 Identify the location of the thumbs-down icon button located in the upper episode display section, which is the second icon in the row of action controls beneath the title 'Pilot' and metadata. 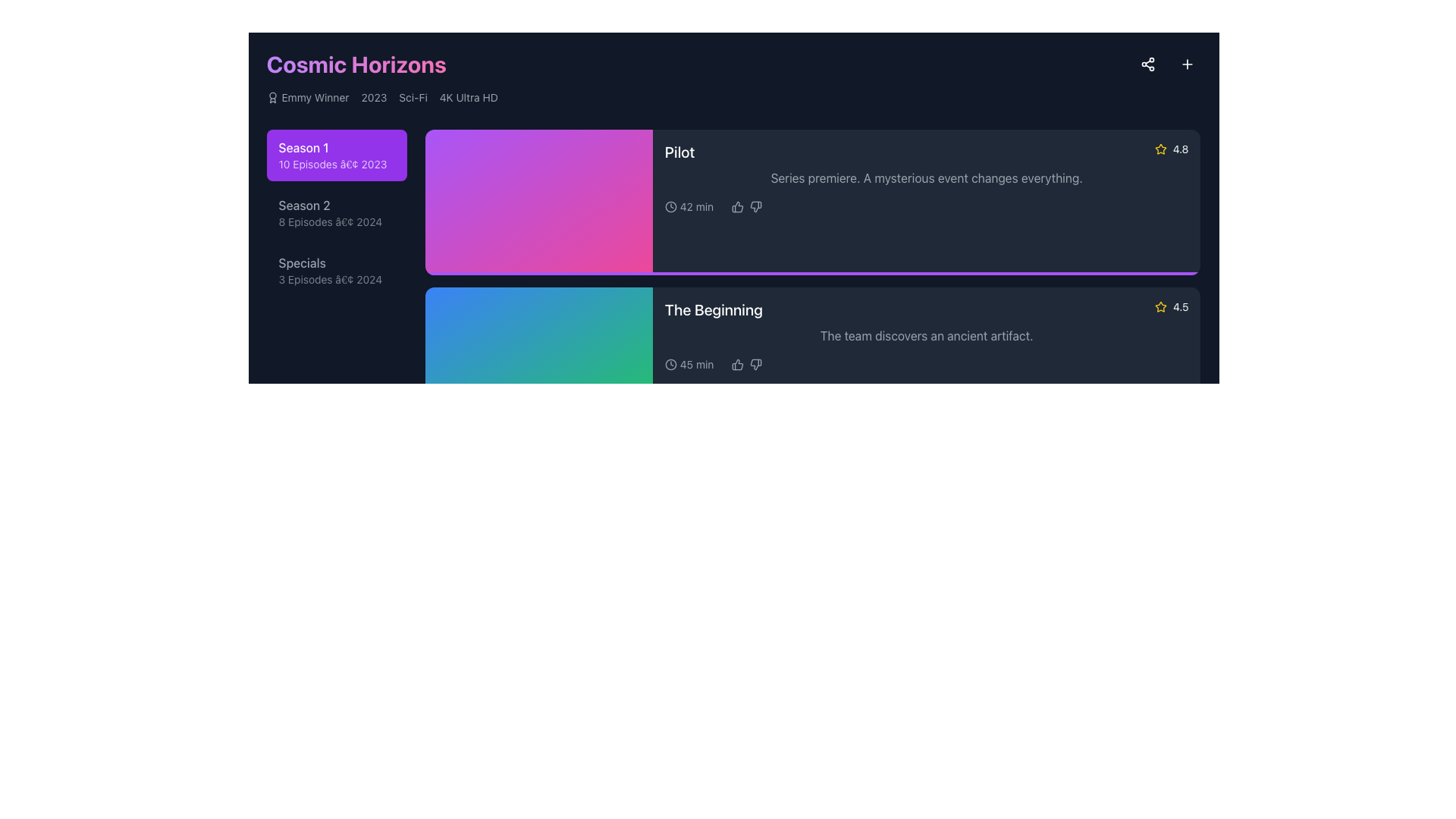
(756, 207).